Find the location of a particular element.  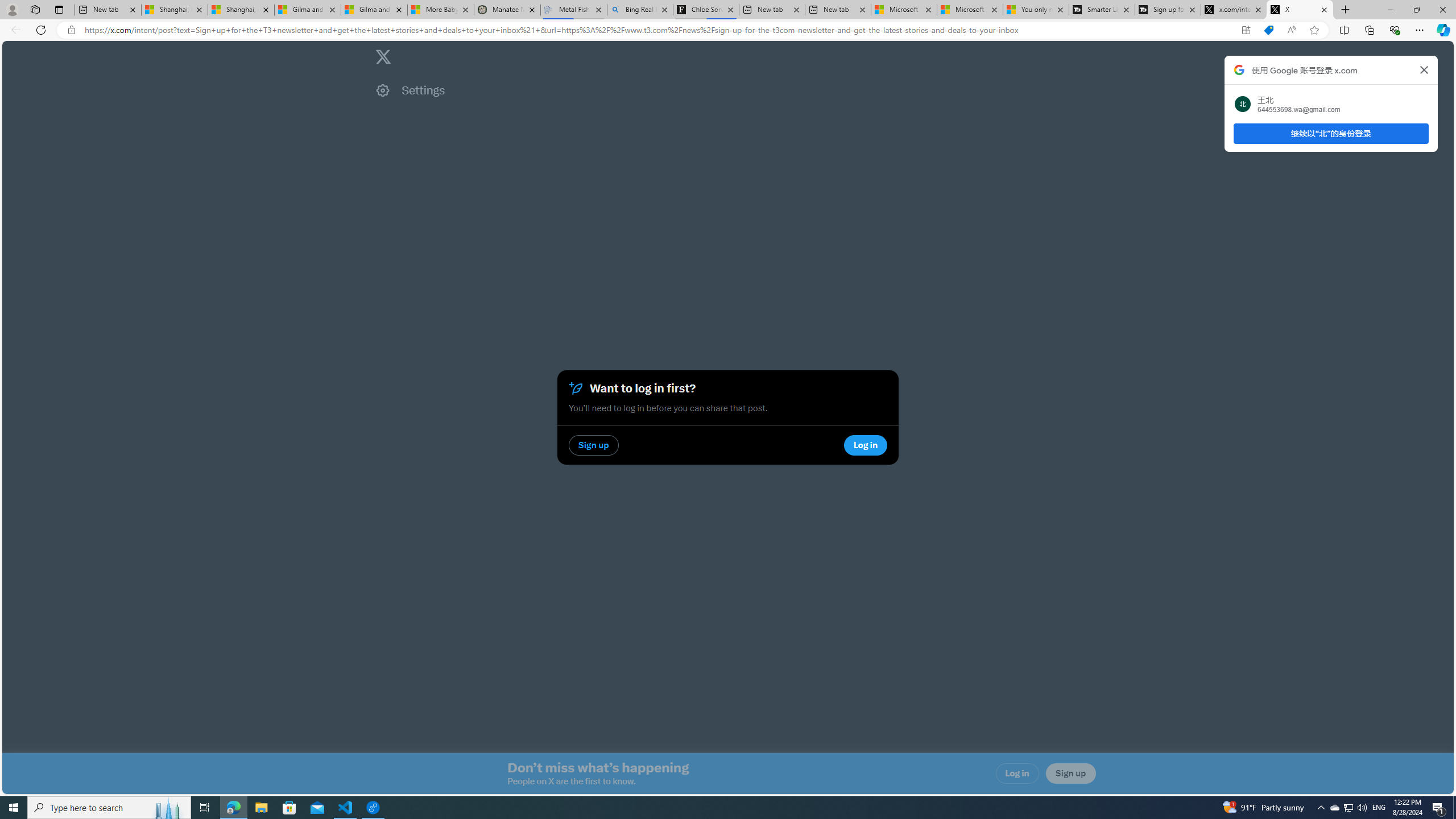

'Smarter Living | T3' is located at coordinates (1101, 9).